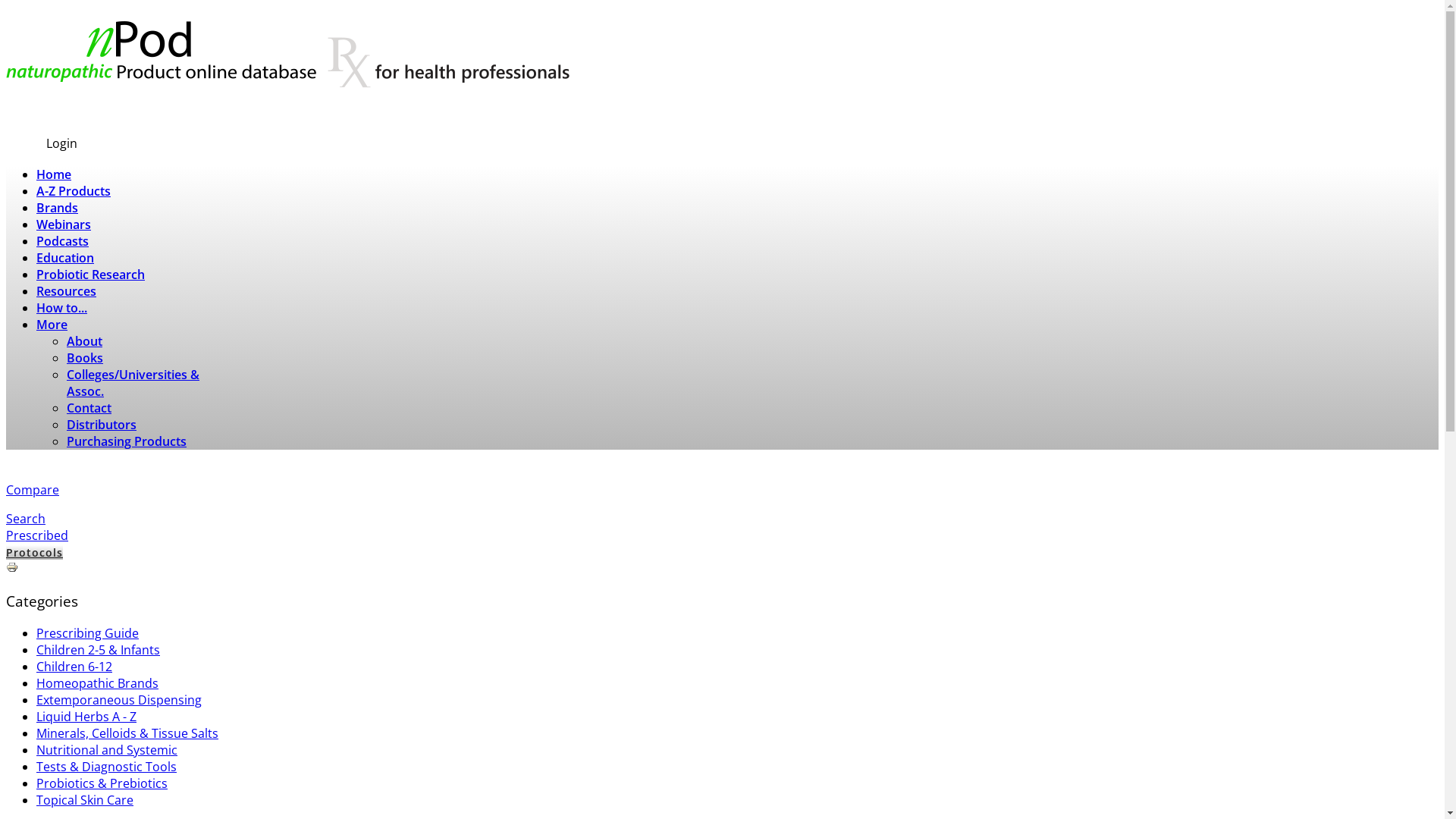 This screenshot has height=819, width=1456. I want to click on 'Search', so click(25, 517).